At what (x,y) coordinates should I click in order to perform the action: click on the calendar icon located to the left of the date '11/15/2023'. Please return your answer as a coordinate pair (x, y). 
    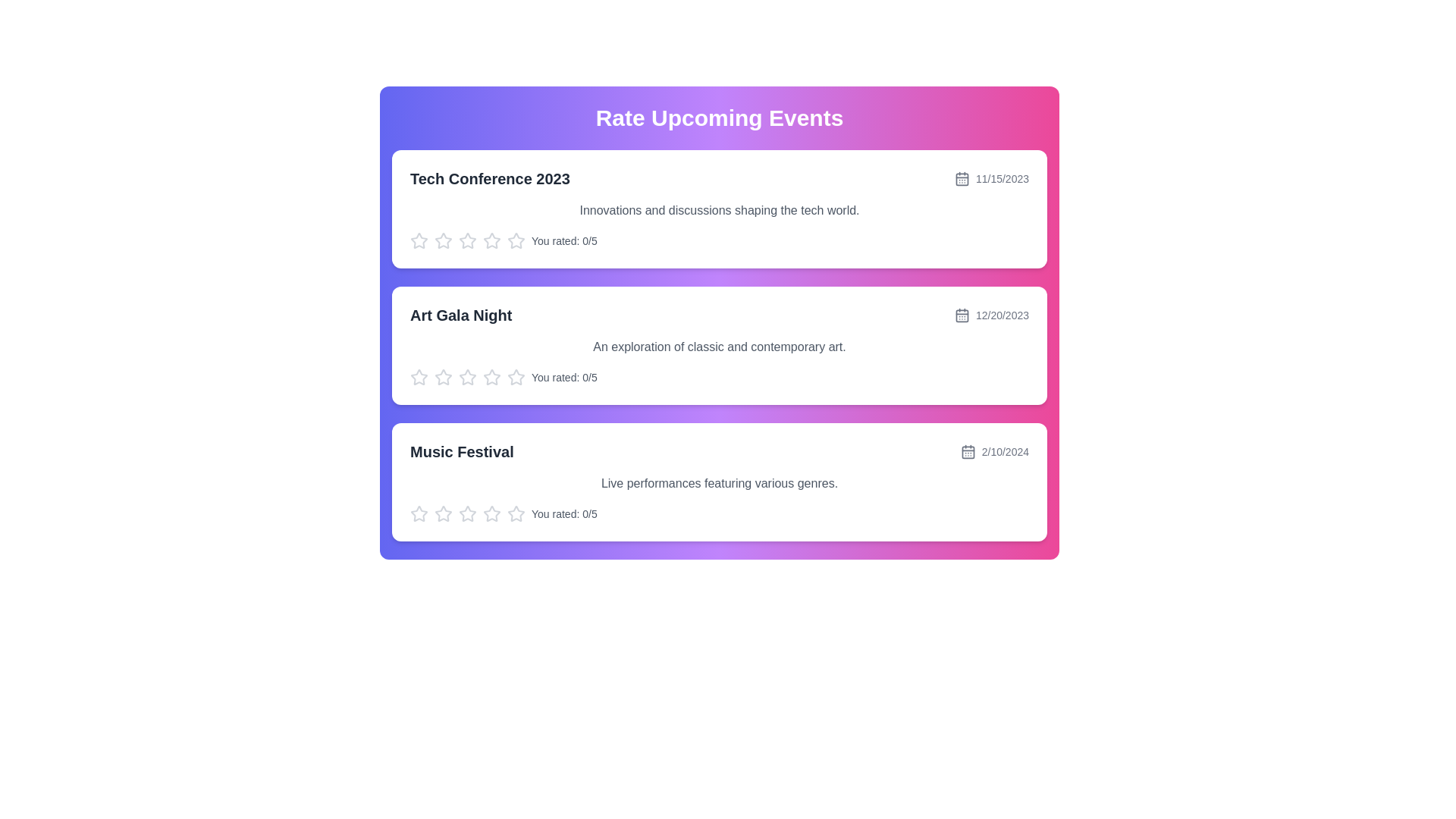
    Looking at the image, I should click on (960, 177).